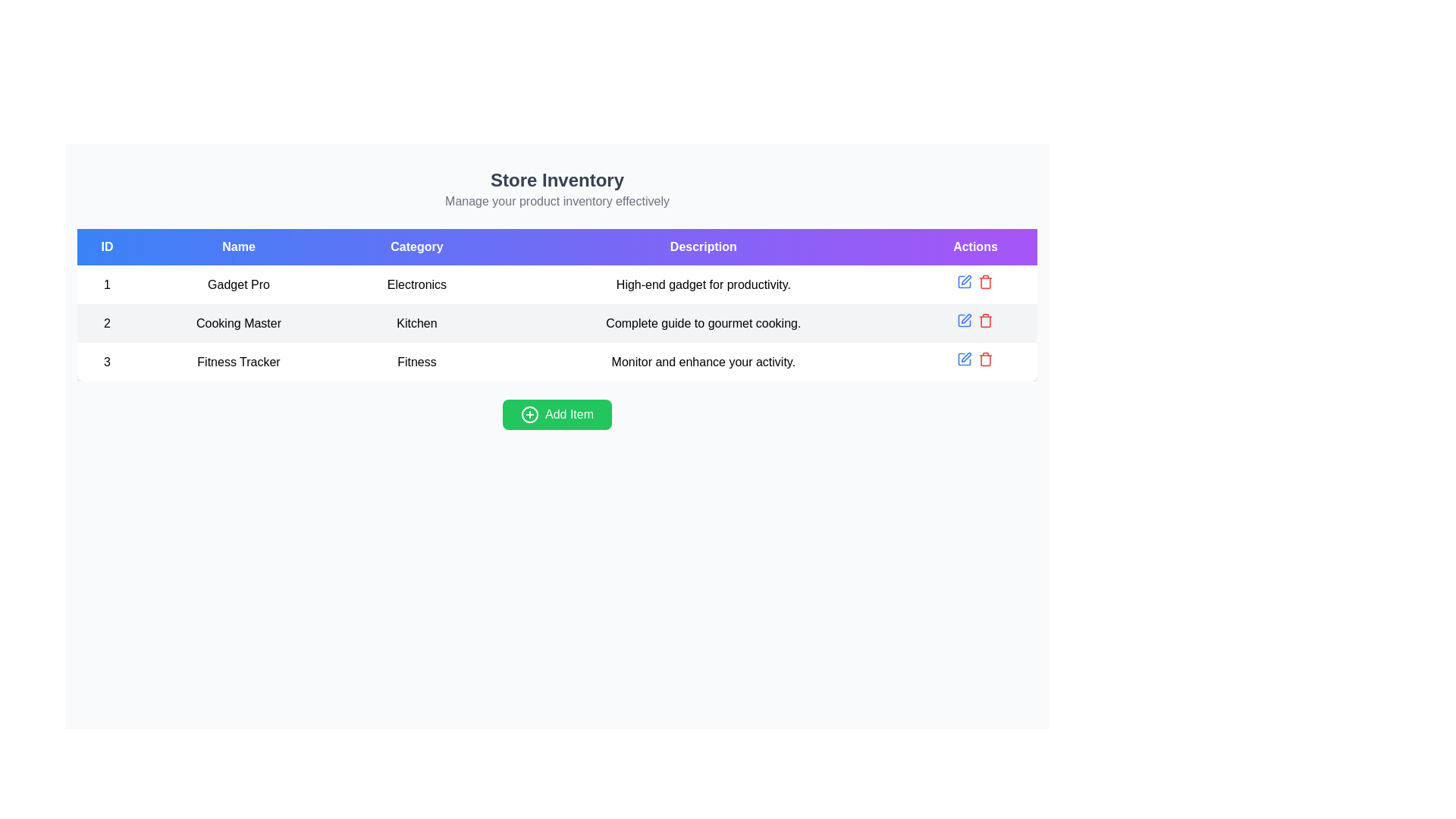 This screenshot has height=819, width=1456. I want to click on the lower part of the trash bin icon in the 'Actions' column of the third row of the table associated with the 'Fitness Tracker', so click(986, 360).